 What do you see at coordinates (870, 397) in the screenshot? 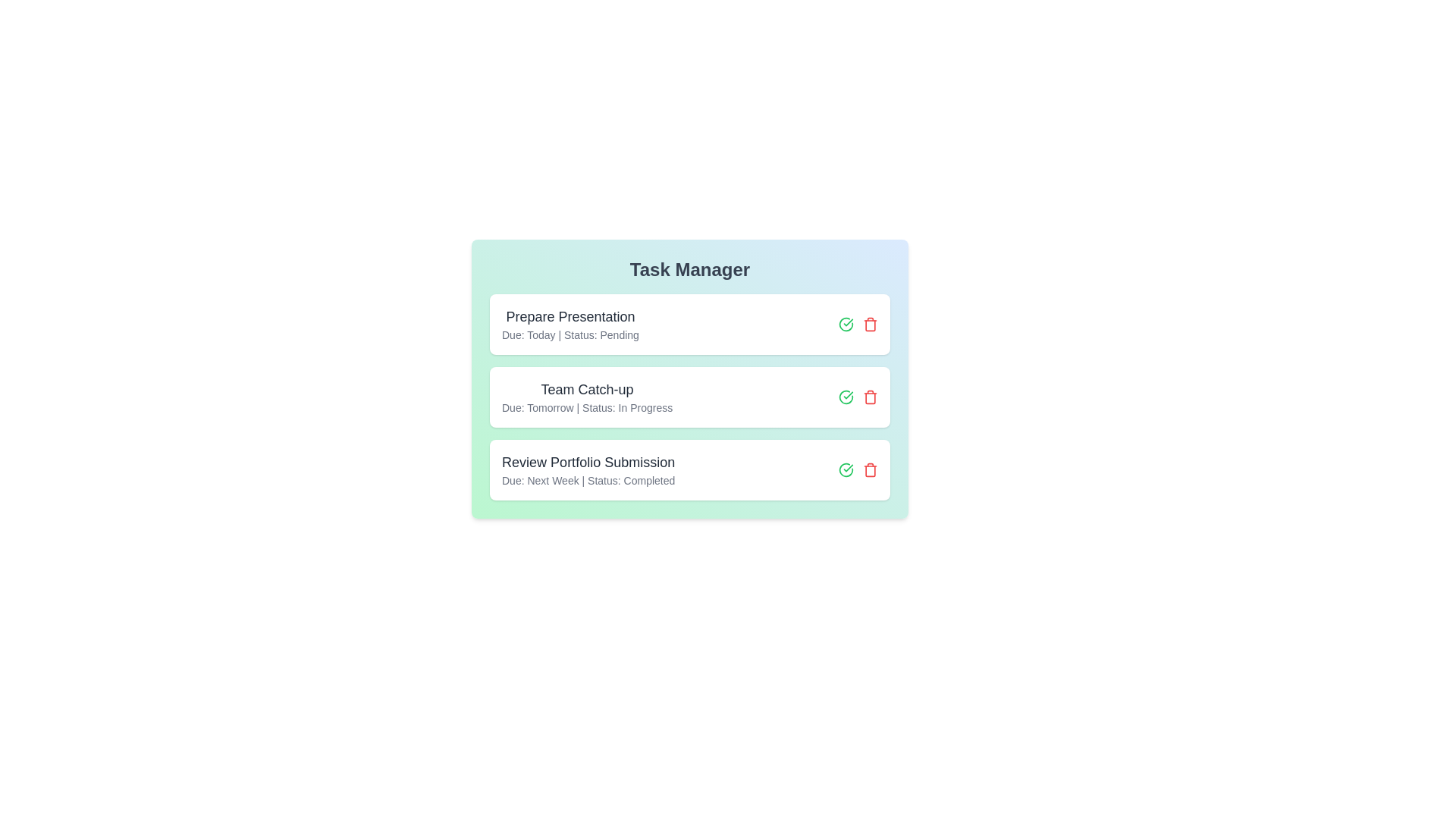
I see `the delete button for the task titled 'Team Catch-up'` at bounding box center [870, 397].